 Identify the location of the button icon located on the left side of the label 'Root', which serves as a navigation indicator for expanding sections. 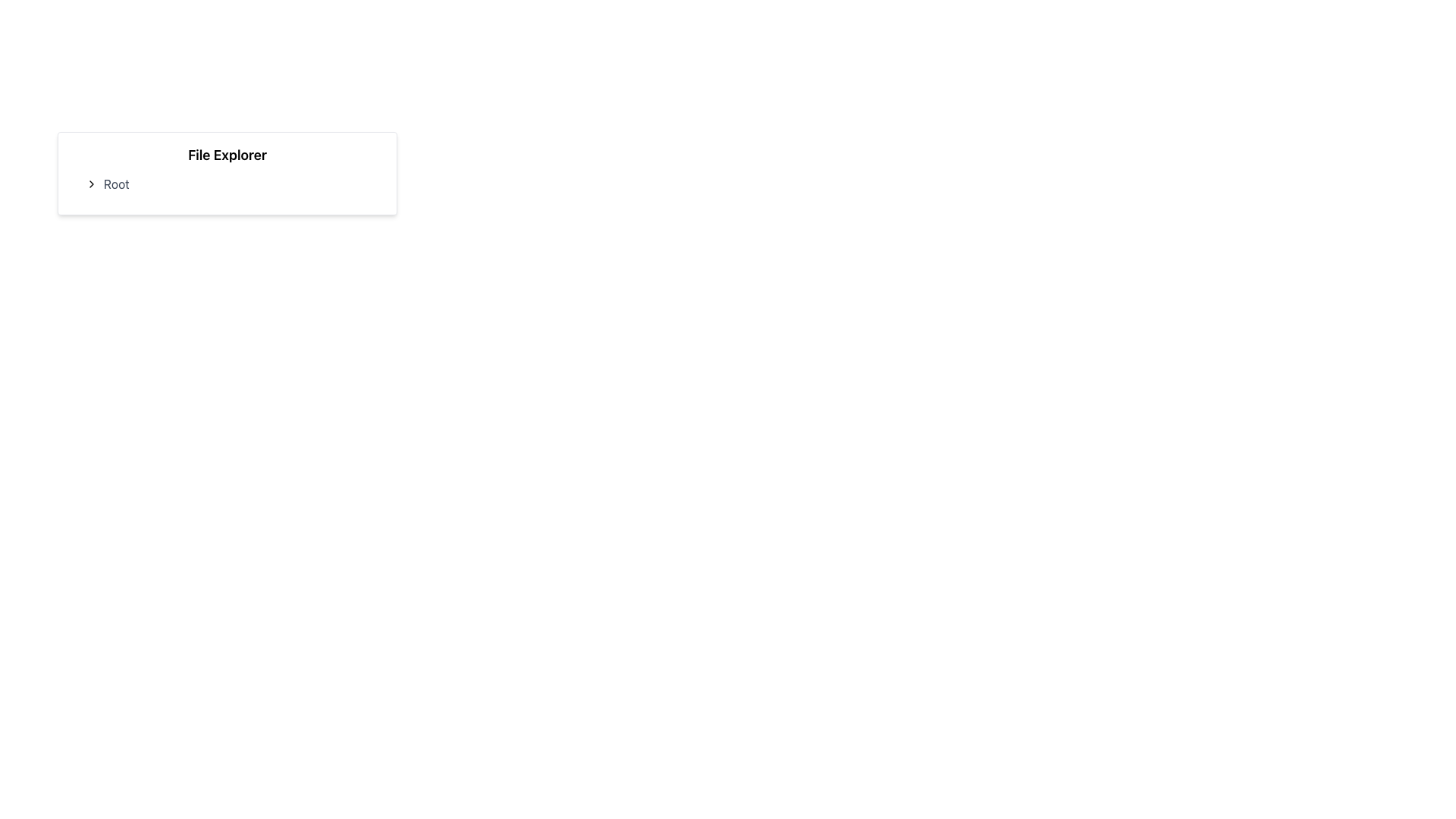
(90, 184).